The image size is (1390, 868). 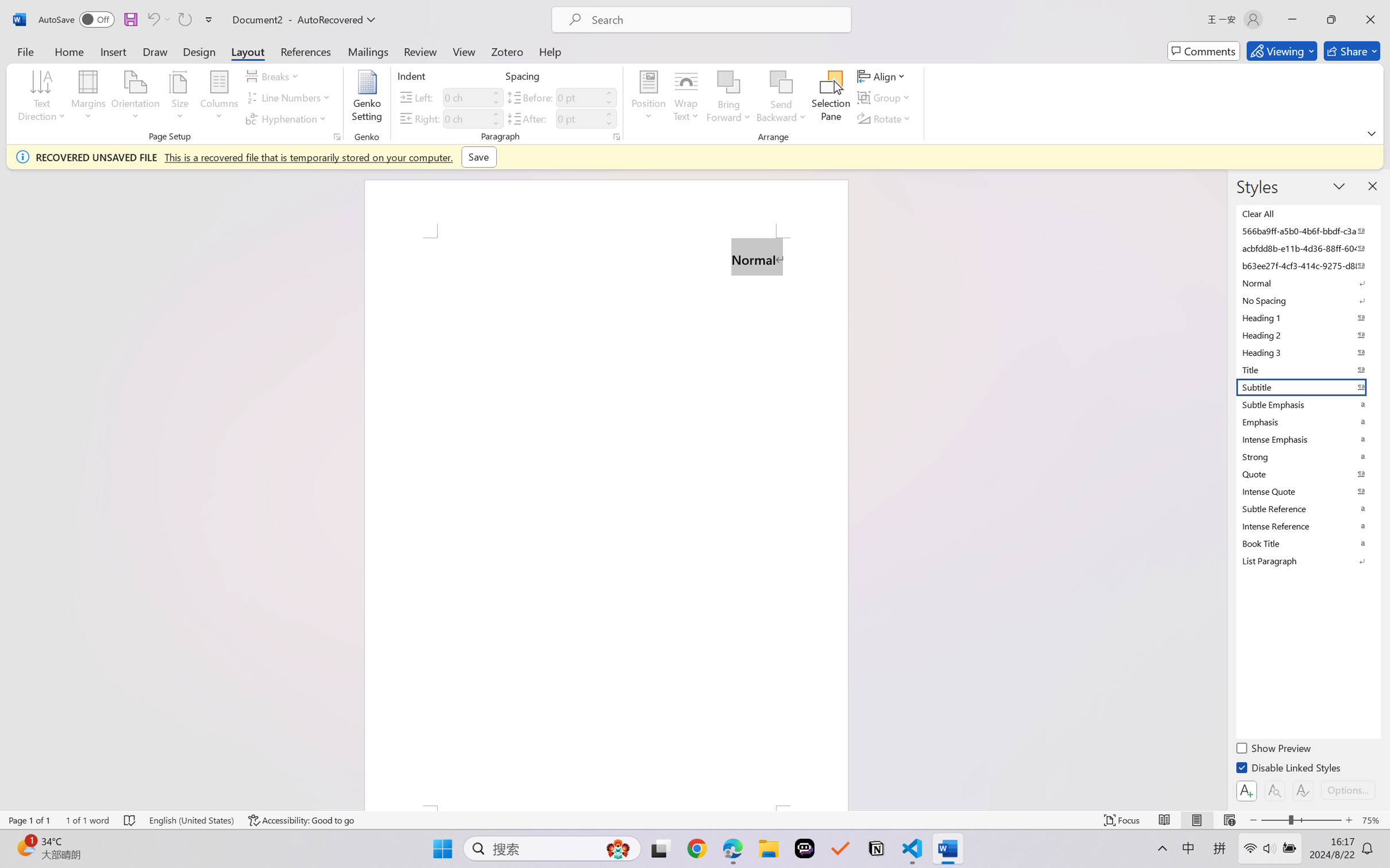 What do you see at coordinates (219, 98) in the screenshot?
I see `'Columns'` at bounding box center [219, 98].